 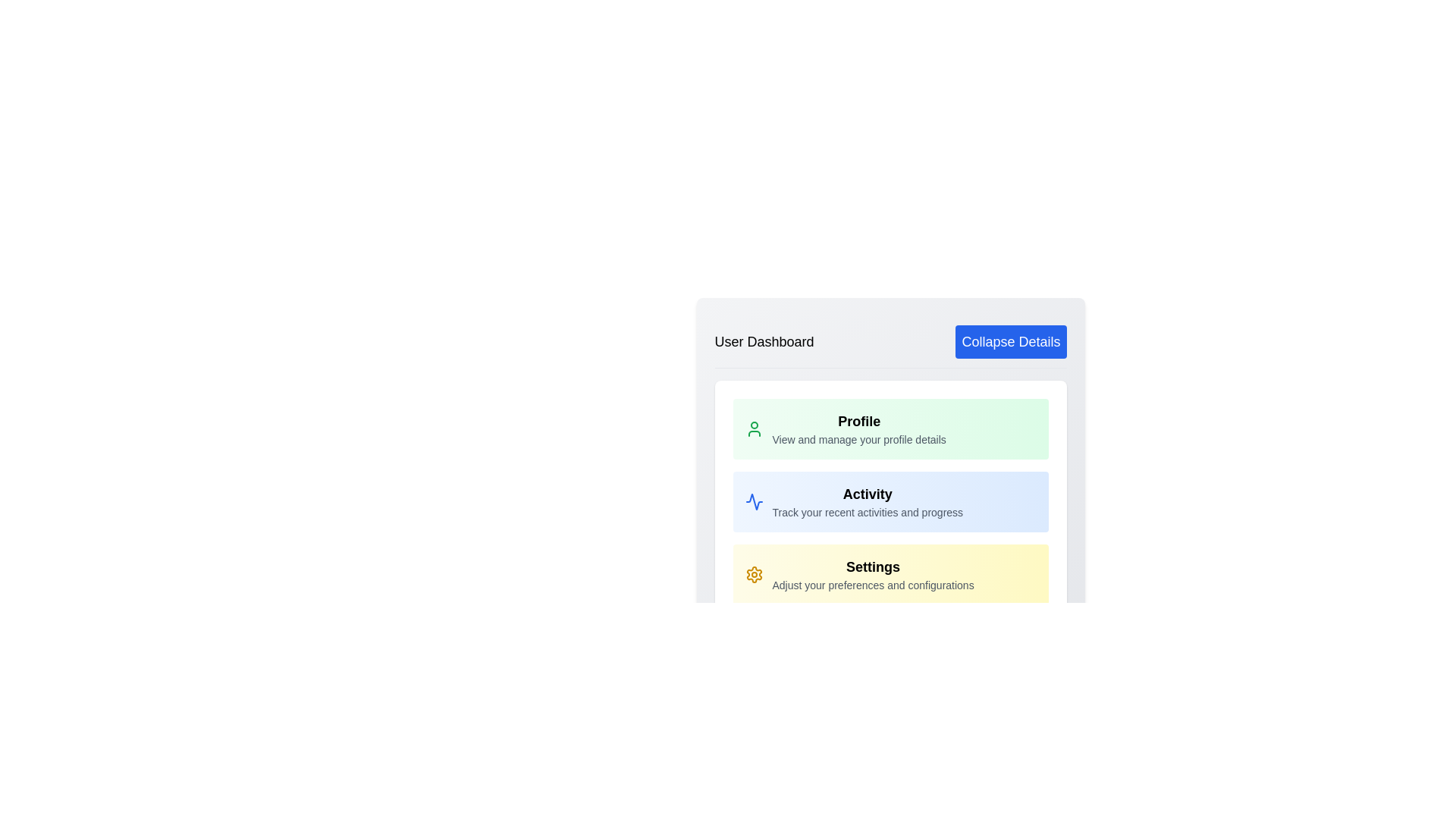 What do you see at coordinates (754, 575) in the screenshot?
I see `the settings cogwheel icon located at the bottom of the vertical menu list, adjacent to the 'Profile' and 'Activity' sections` at bounding box center [754, 575].